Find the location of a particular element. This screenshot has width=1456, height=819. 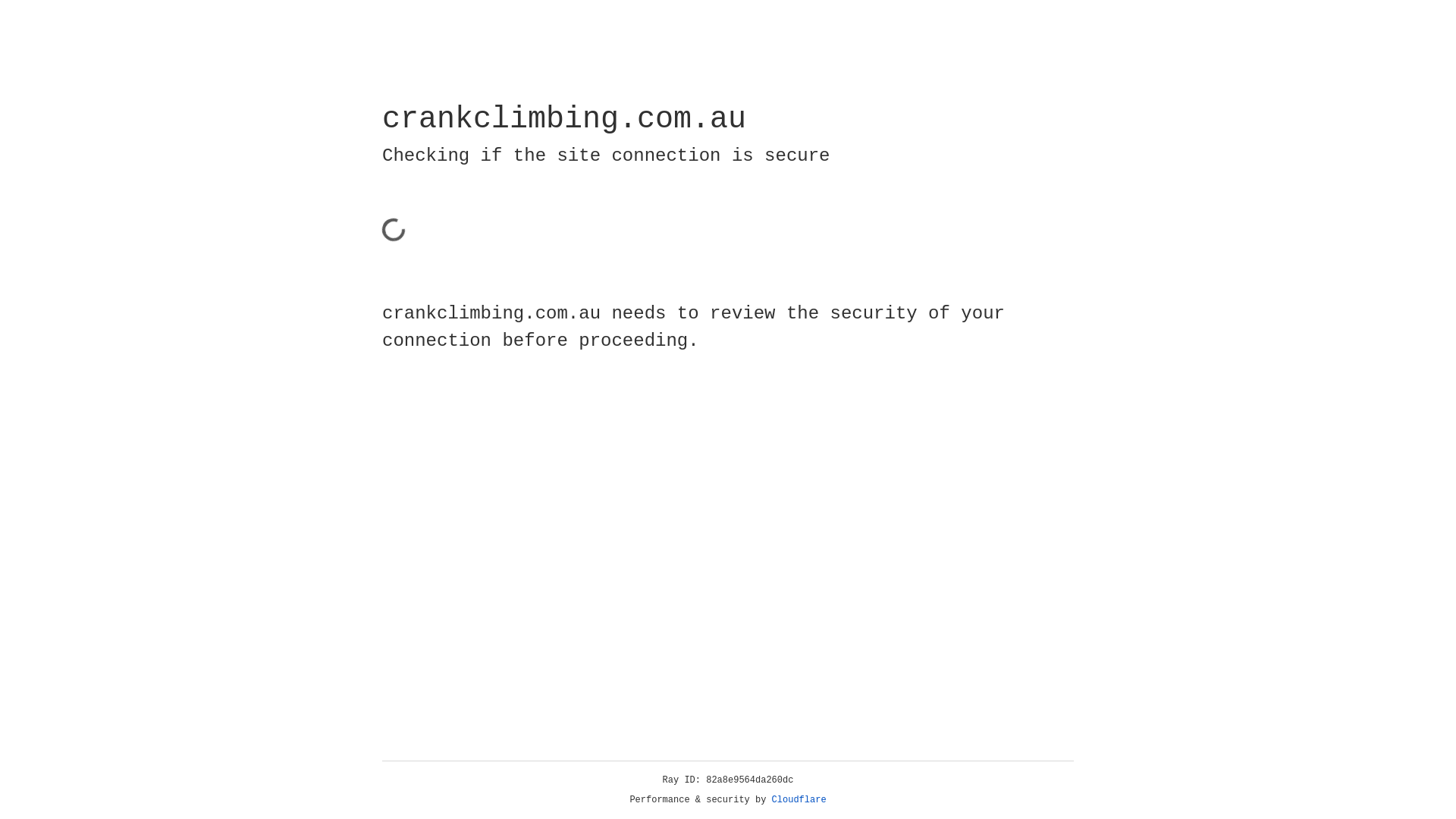

'Cloudflare' is located at coordinates (799, 799).